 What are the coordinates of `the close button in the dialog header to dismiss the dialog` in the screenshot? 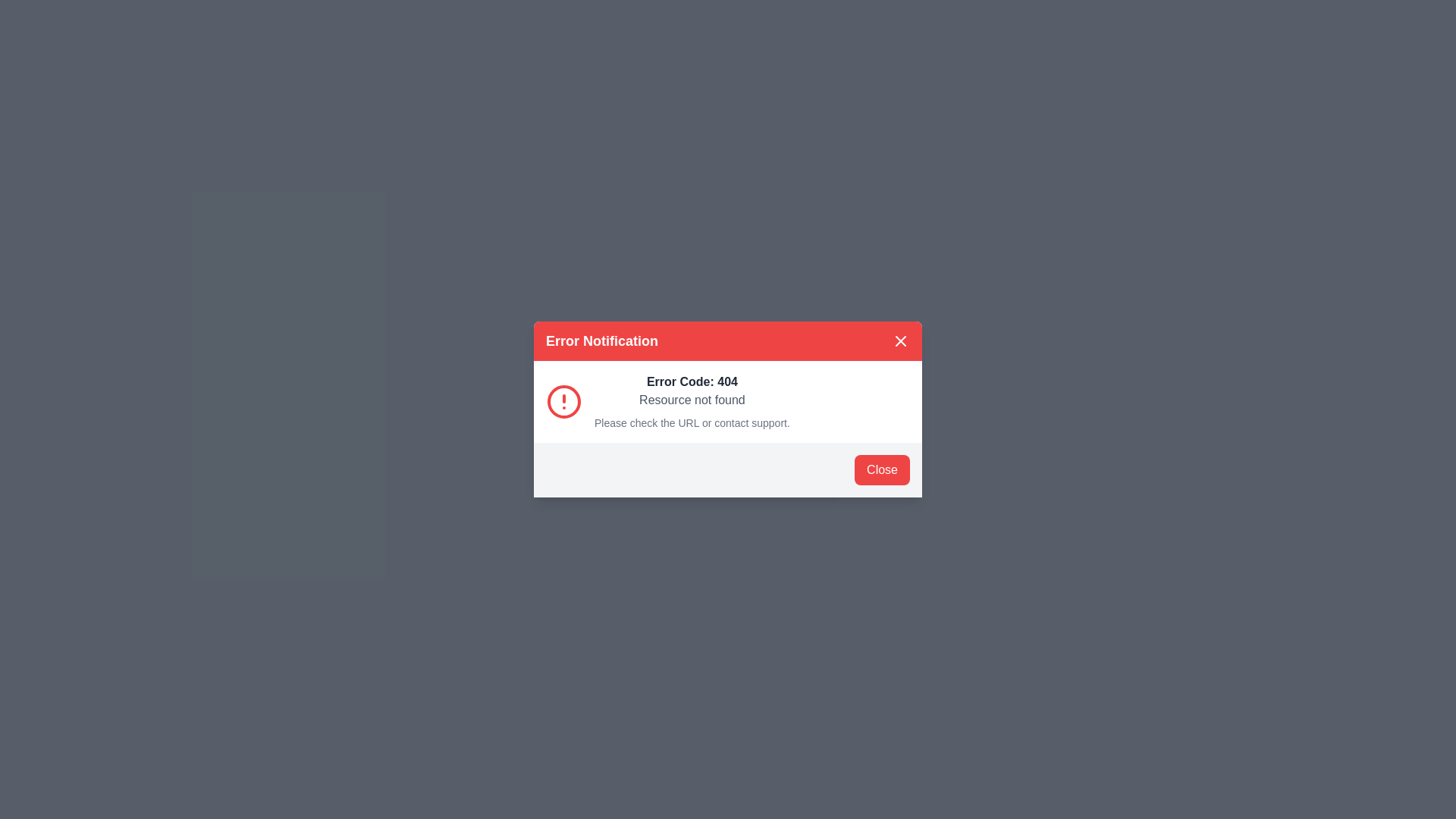 It's located at (901, 341).